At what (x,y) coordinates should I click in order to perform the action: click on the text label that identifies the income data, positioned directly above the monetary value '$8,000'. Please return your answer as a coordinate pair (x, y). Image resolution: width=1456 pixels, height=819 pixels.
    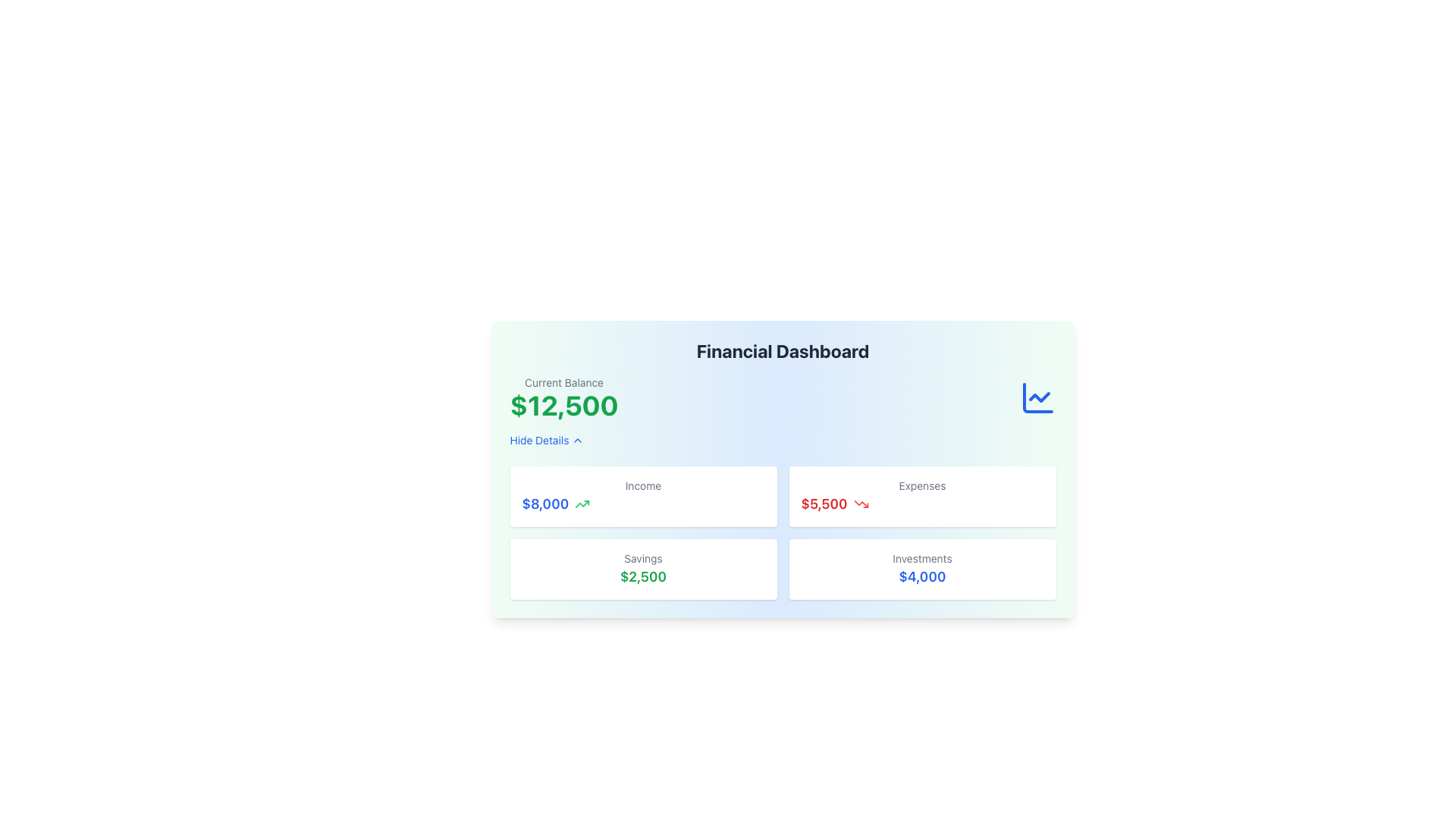
    Looking at the image, I should click on (643, 485).